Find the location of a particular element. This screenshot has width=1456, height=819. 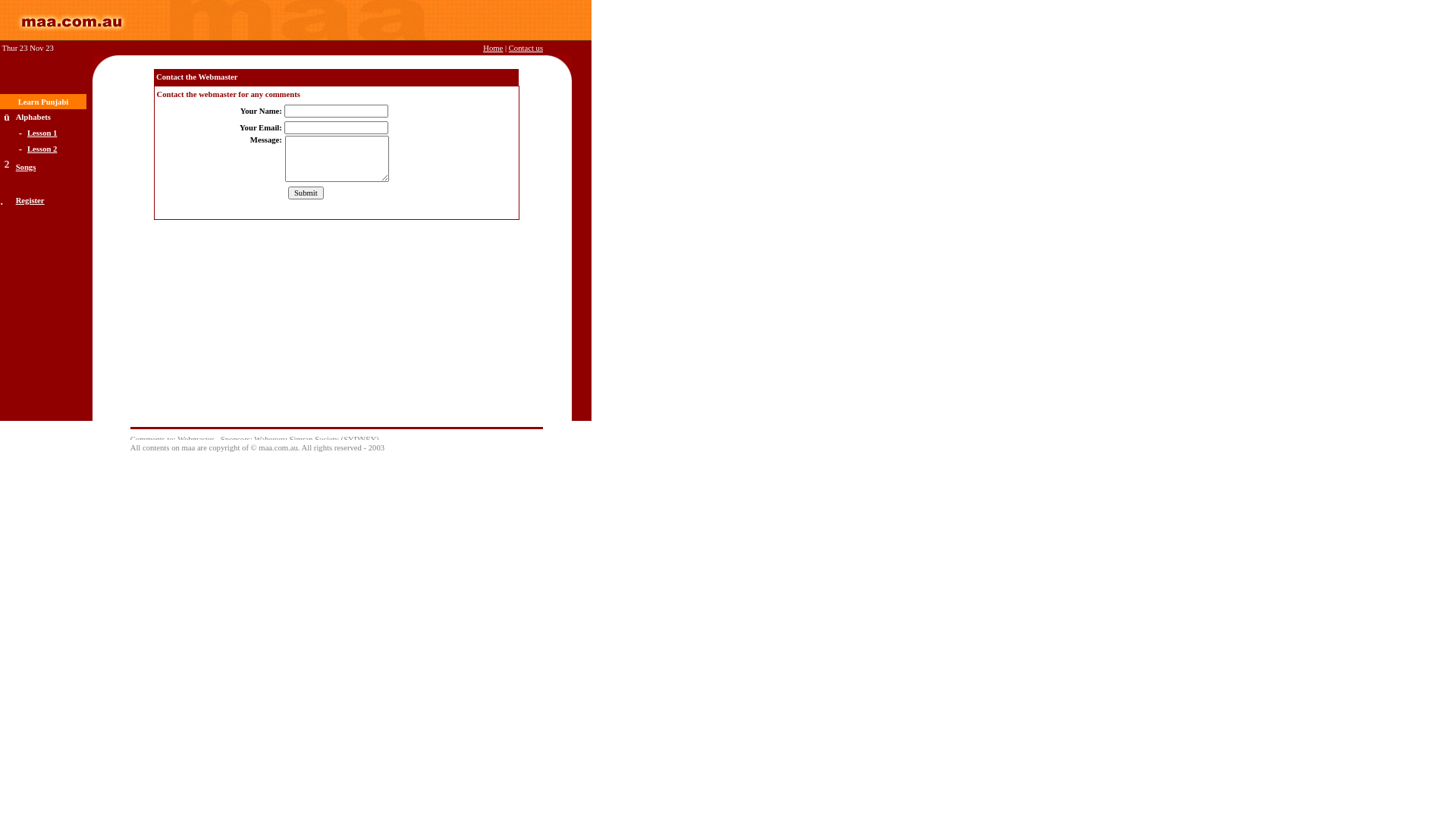

'Lesson 1' is located at coordinates (42, 132).